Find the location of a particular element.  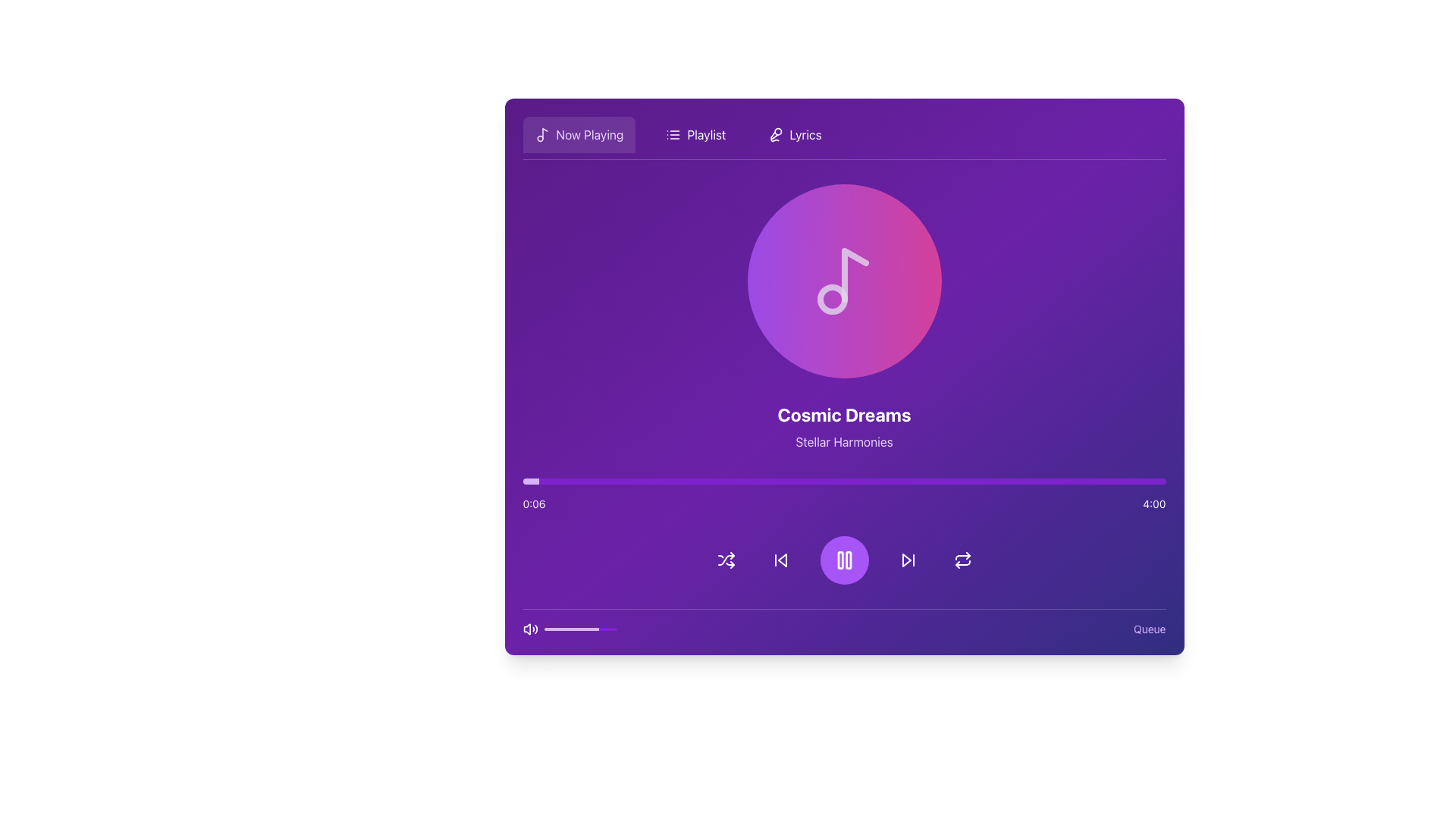

the shuffle button, which has a crossed arrows icon on a purple background is located at coordinates (725, 560).